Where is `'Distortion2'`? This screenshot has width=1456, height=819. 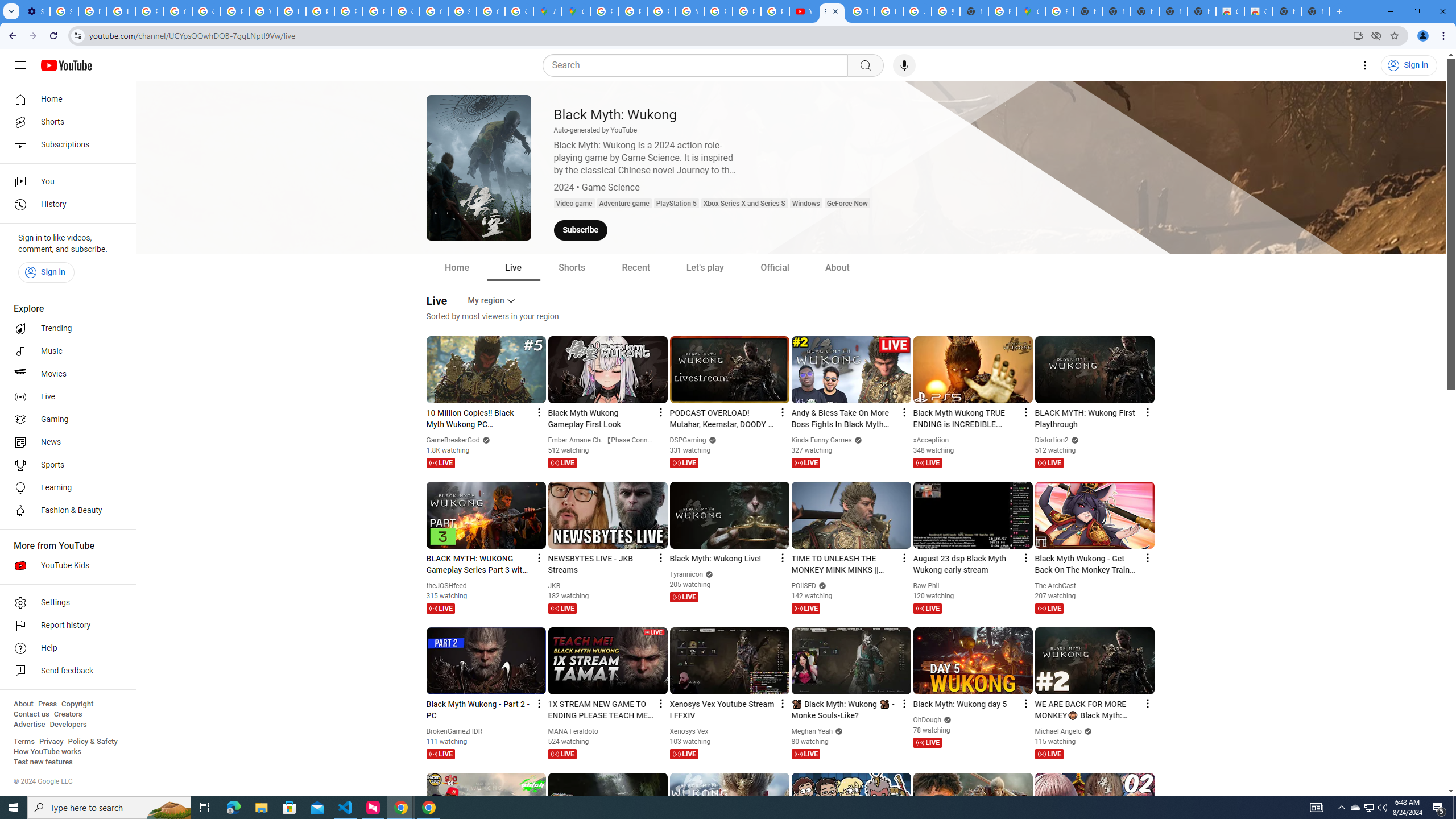 'Distortion2' is located at coordinates (1051, 440).